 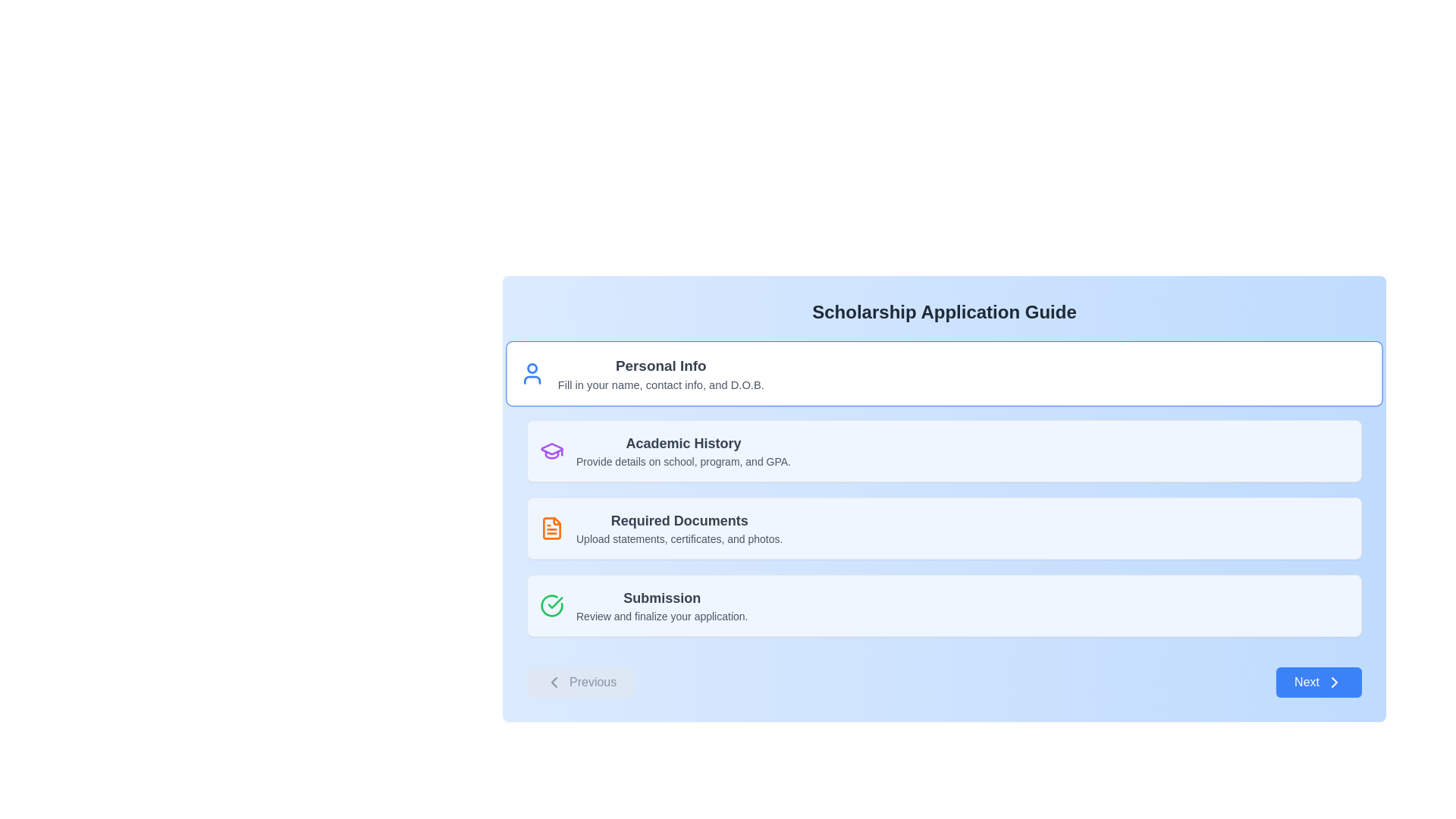 I want to click on the graduation cap icon, which is a bold purple vector graphic located to the left of the 'Academic History' section header, so click(x=551, y=448).